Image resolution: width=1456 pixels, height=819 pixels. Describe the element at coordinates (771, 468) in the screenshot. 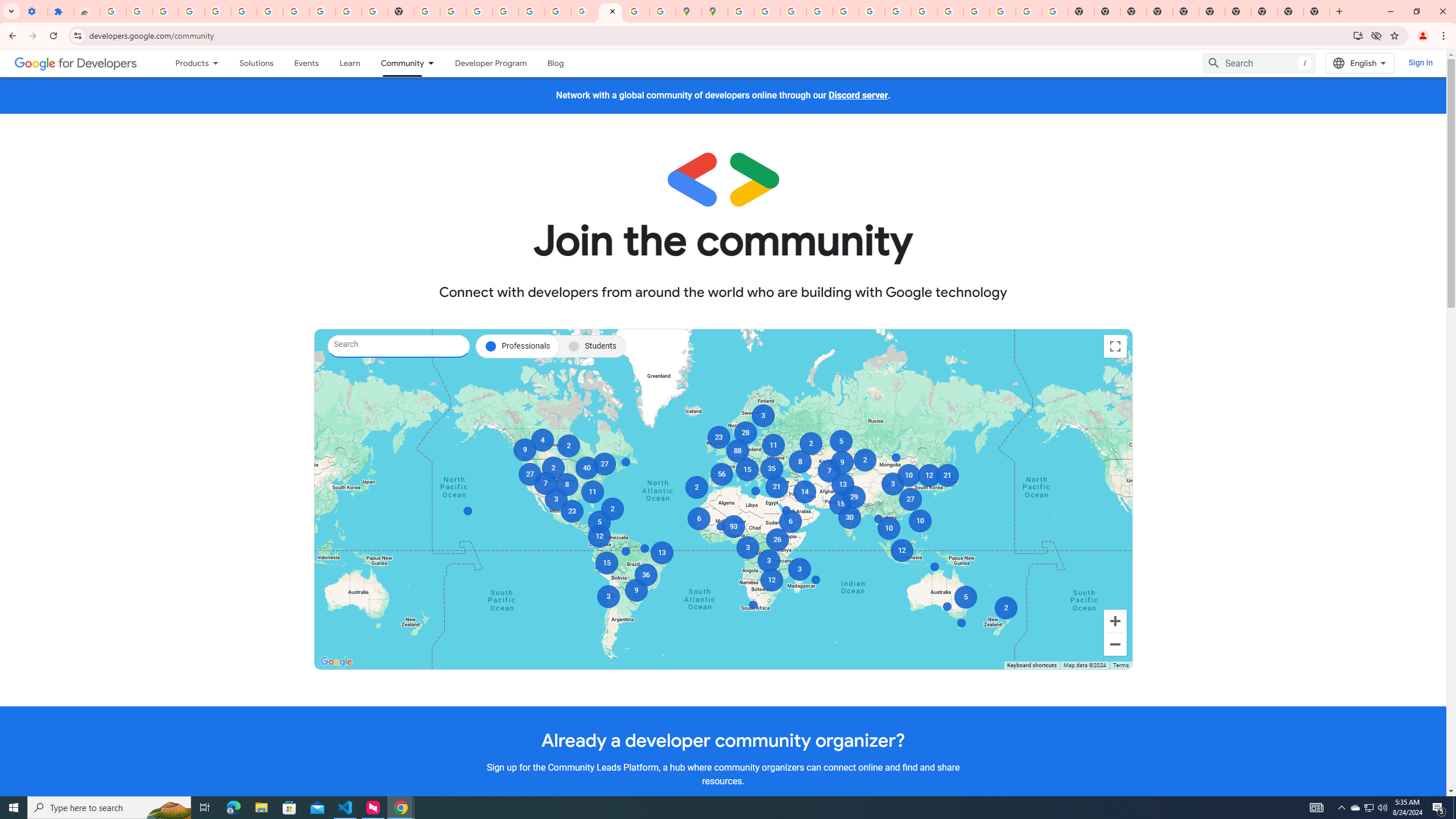

I see `'35'` at that location.